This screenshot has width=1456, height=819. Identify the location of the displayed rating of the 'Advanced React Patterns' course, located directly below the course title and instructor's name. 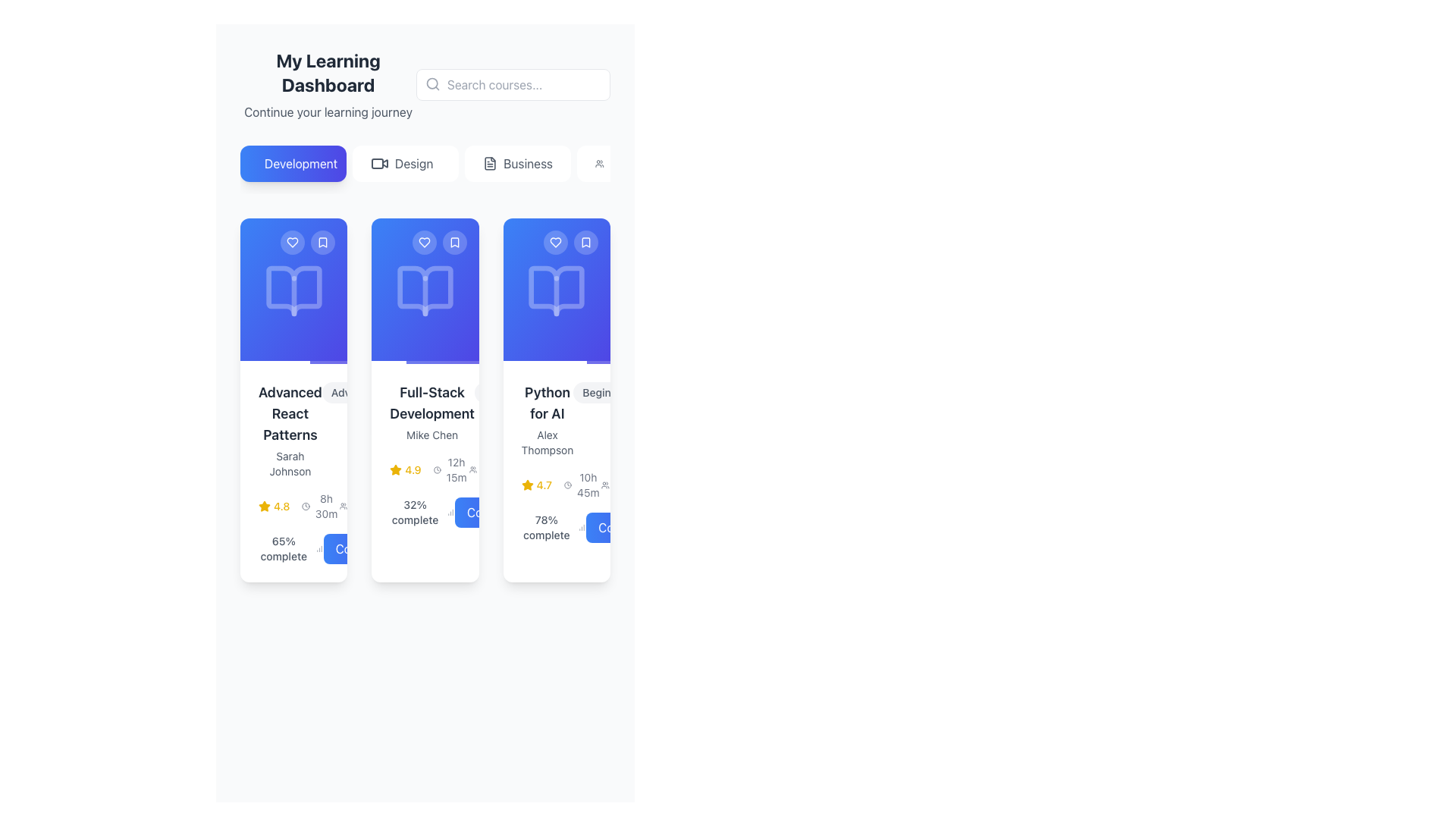
(274, 506).